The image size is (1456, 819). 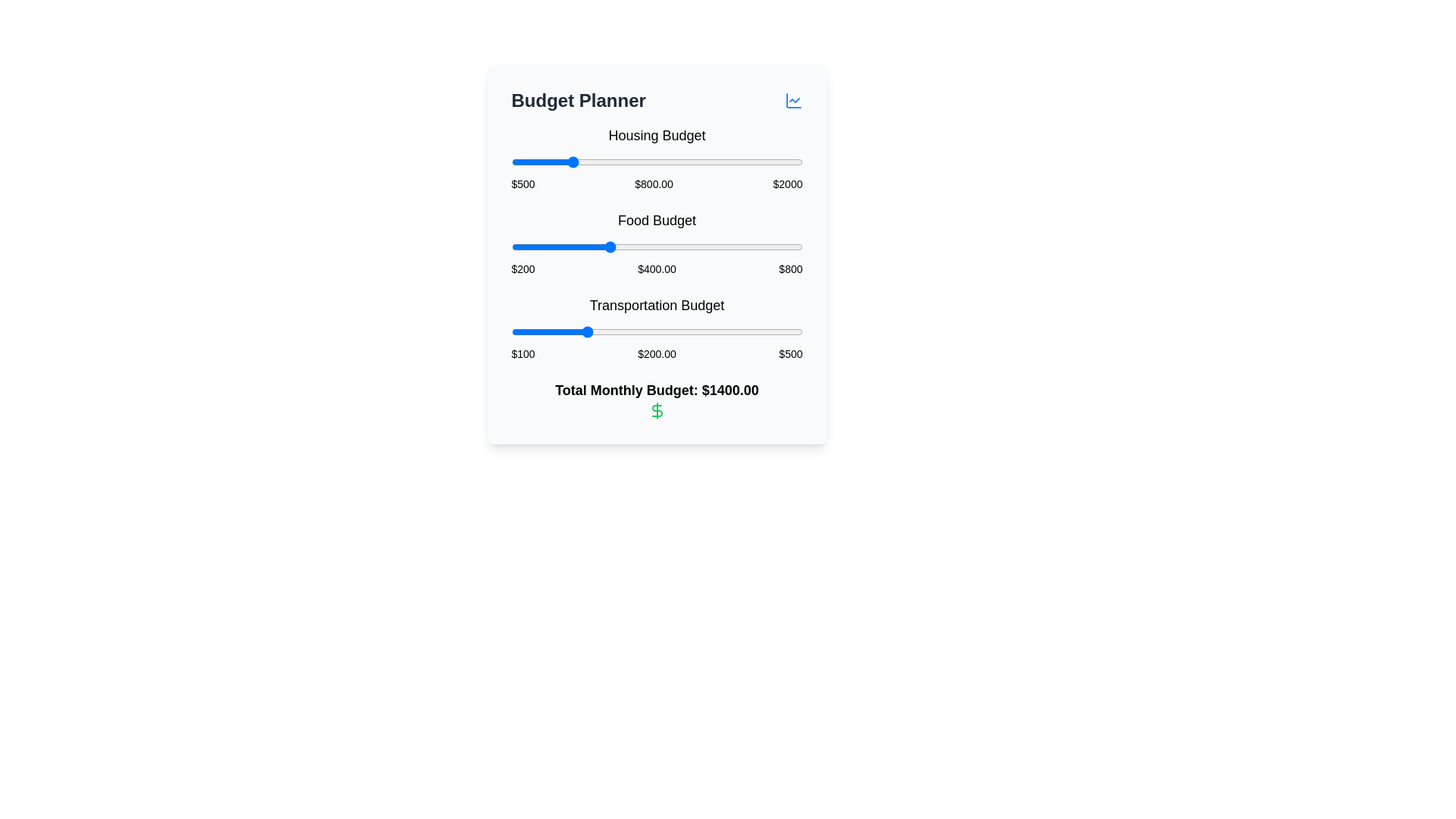 I want to click on the Food Budget slider, so click(x=557, y=246).